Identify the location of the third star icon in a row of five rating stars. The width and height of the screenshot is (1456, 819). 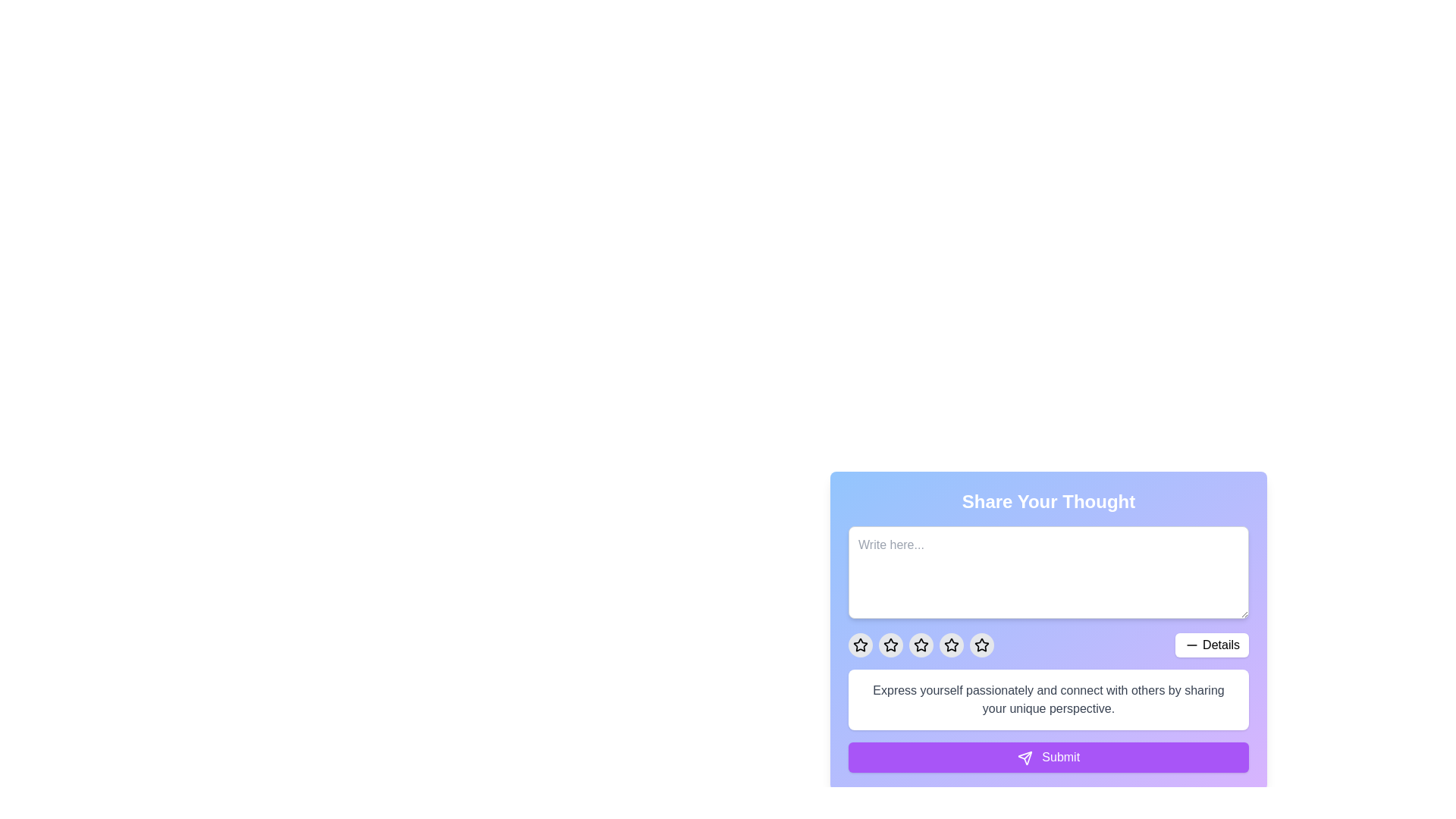
(920, 645).